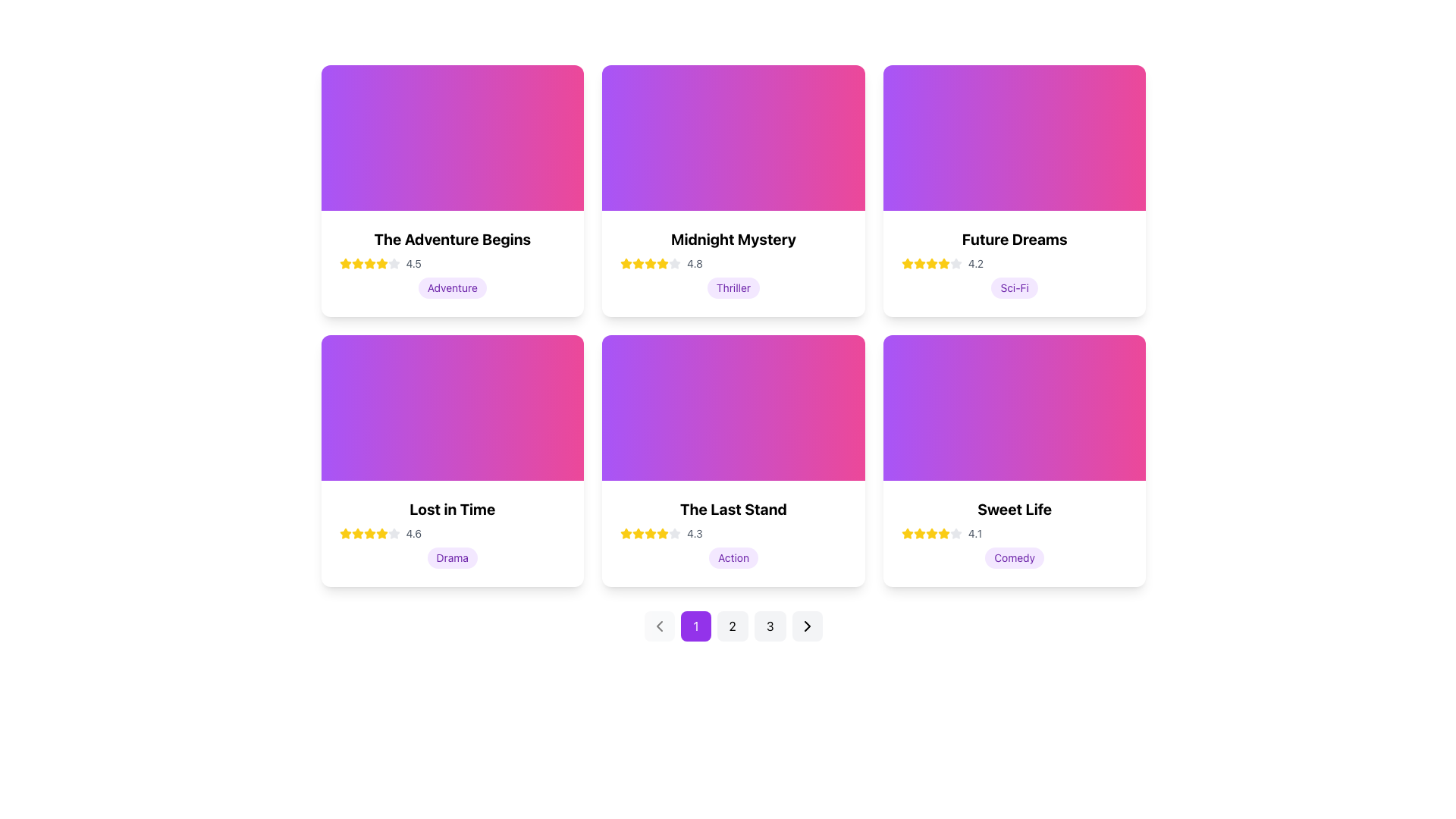 The width and height of the screenshot is (1456, 819). What do you see at coordinates (733, 626) in the screenshot?
I see `the pagination control button that navigates to the second page, located between the elements '1' and '3' at the bottom center of the interface` at bounding box center [733, 626].